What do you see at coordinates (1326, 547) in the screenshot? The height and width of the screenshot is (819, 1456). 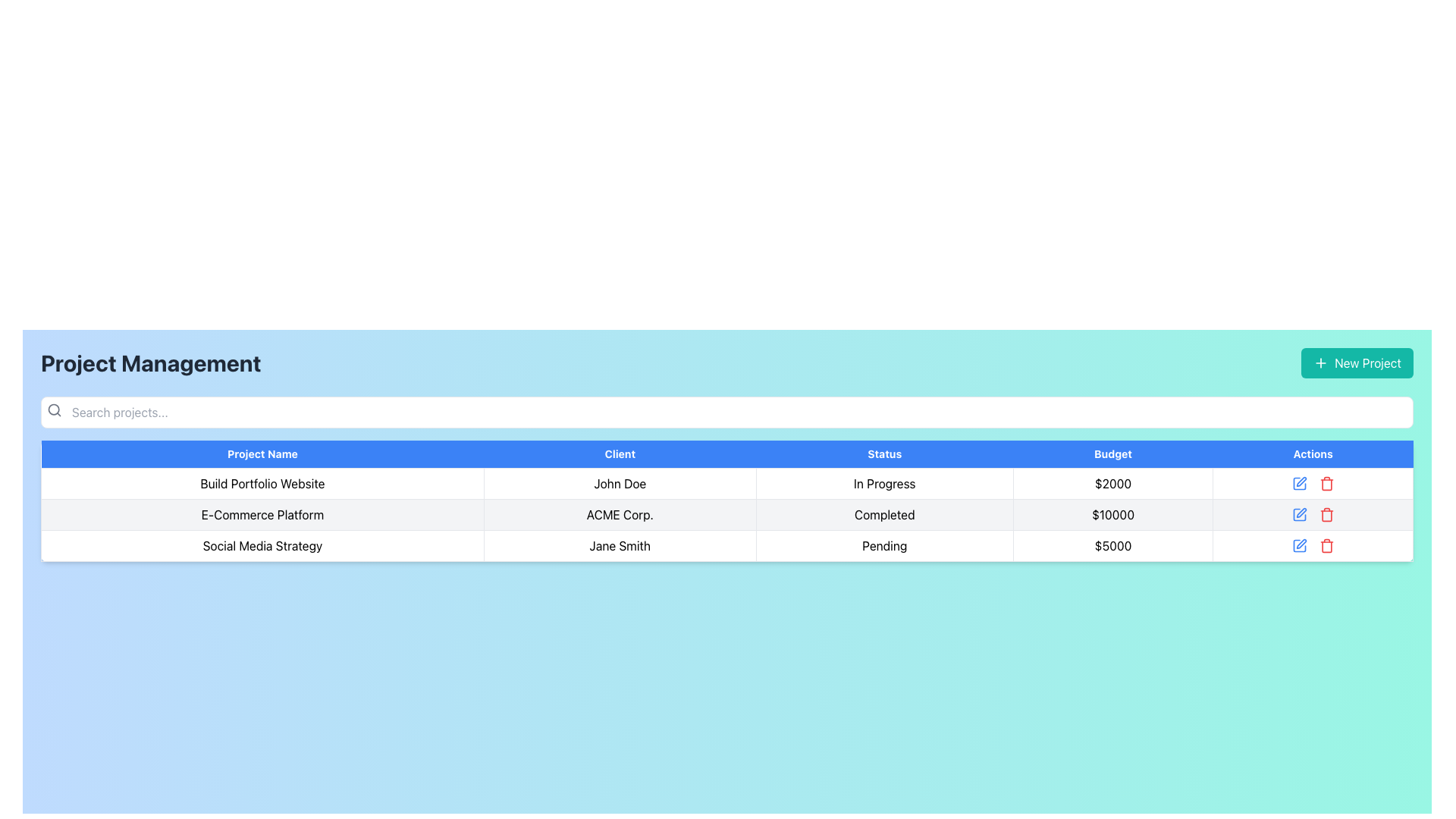 I see `the delete icon in the 'Actions' column for the 'Social Media Strategy' project` at bounding box center [1326, 547].